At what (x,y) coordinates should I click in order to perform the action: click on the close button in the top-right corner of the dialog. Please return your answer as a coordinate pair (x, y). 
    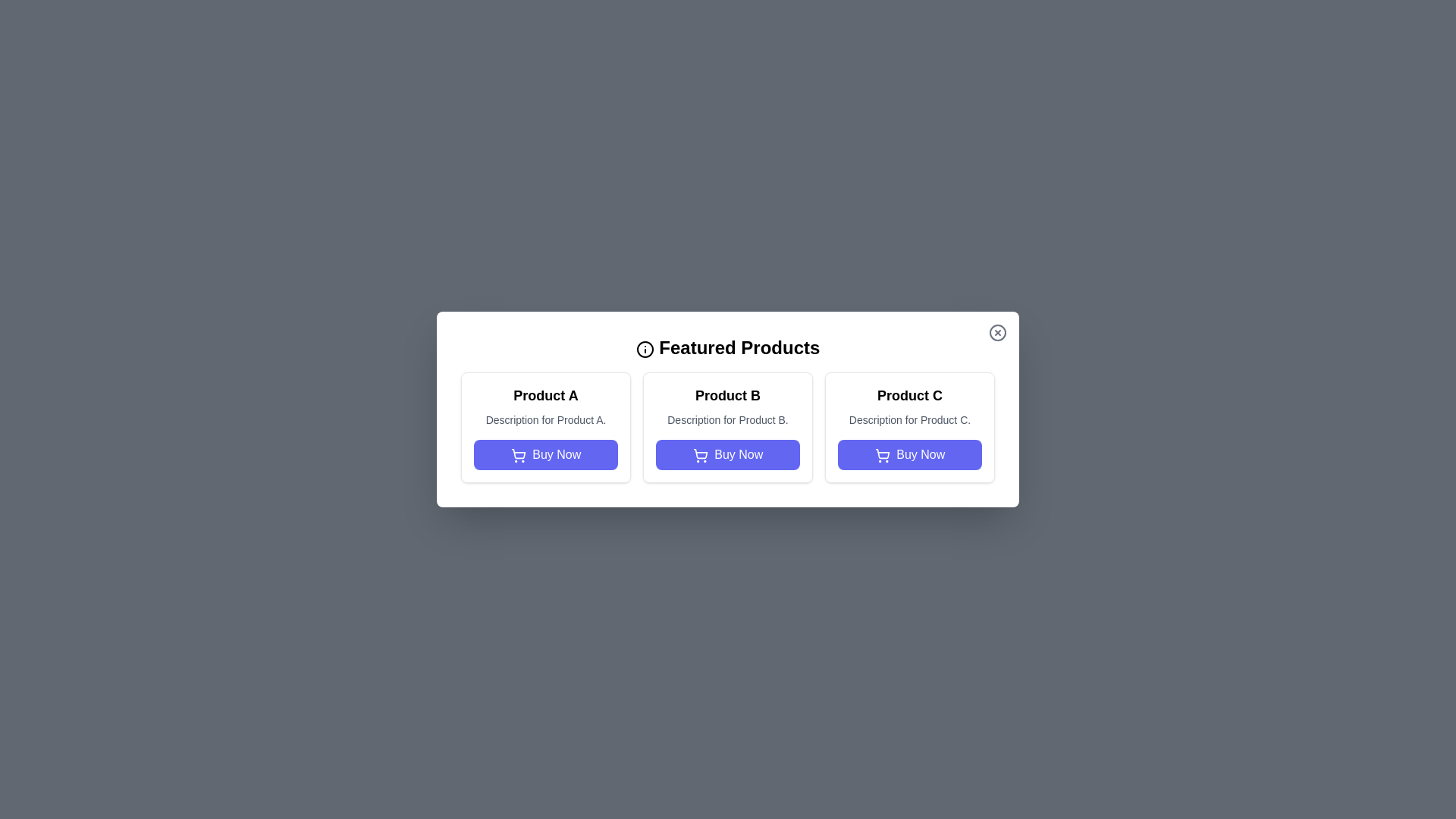
    Looking at the image, I should click on (997, 332).